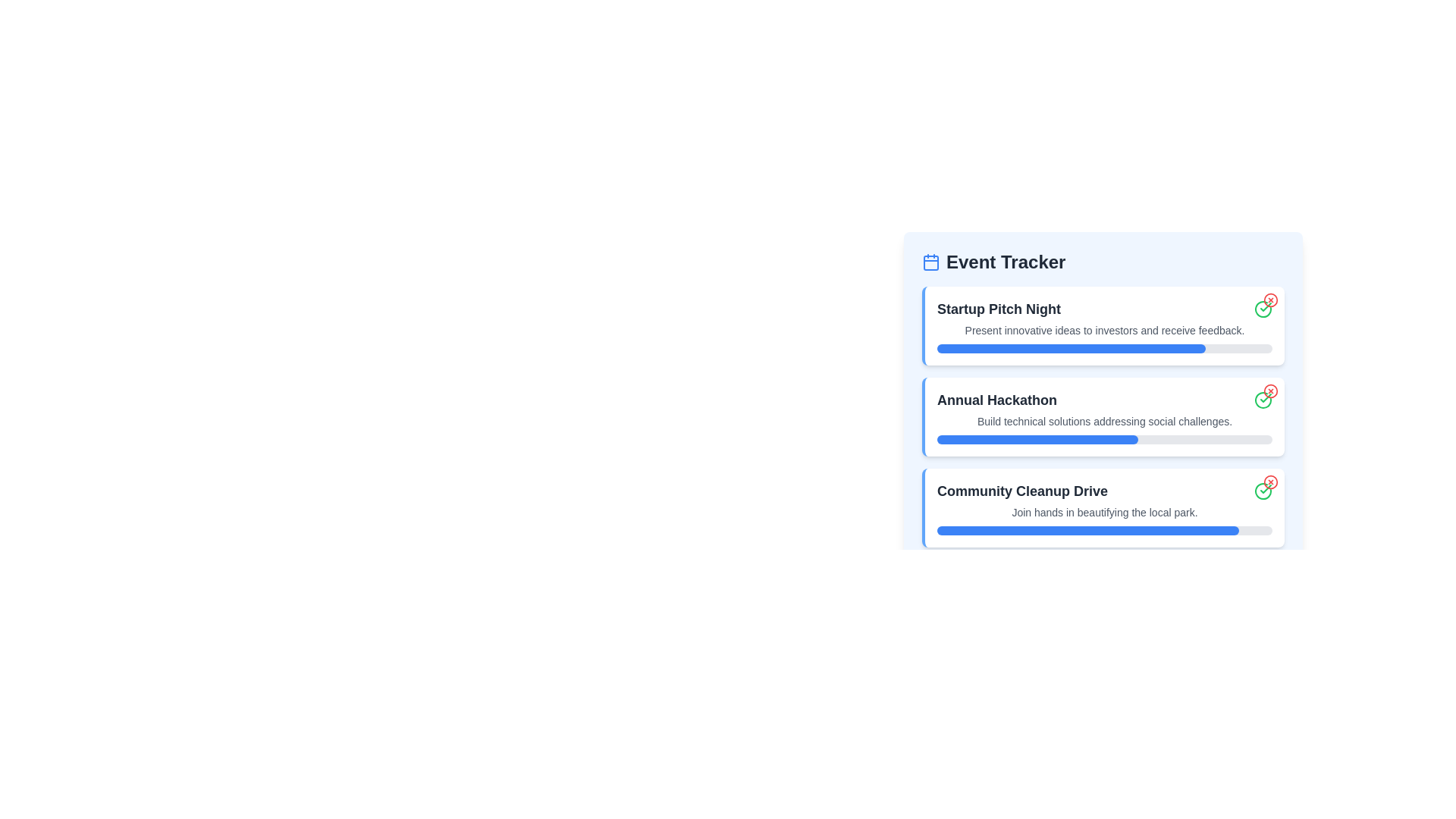  What do you see at coordinates (1263, 309) in the screenshot?
I see `the status icon indicating a successful completion for the 'Startup Pitch Night' event` at bounding box center [1263, 309].